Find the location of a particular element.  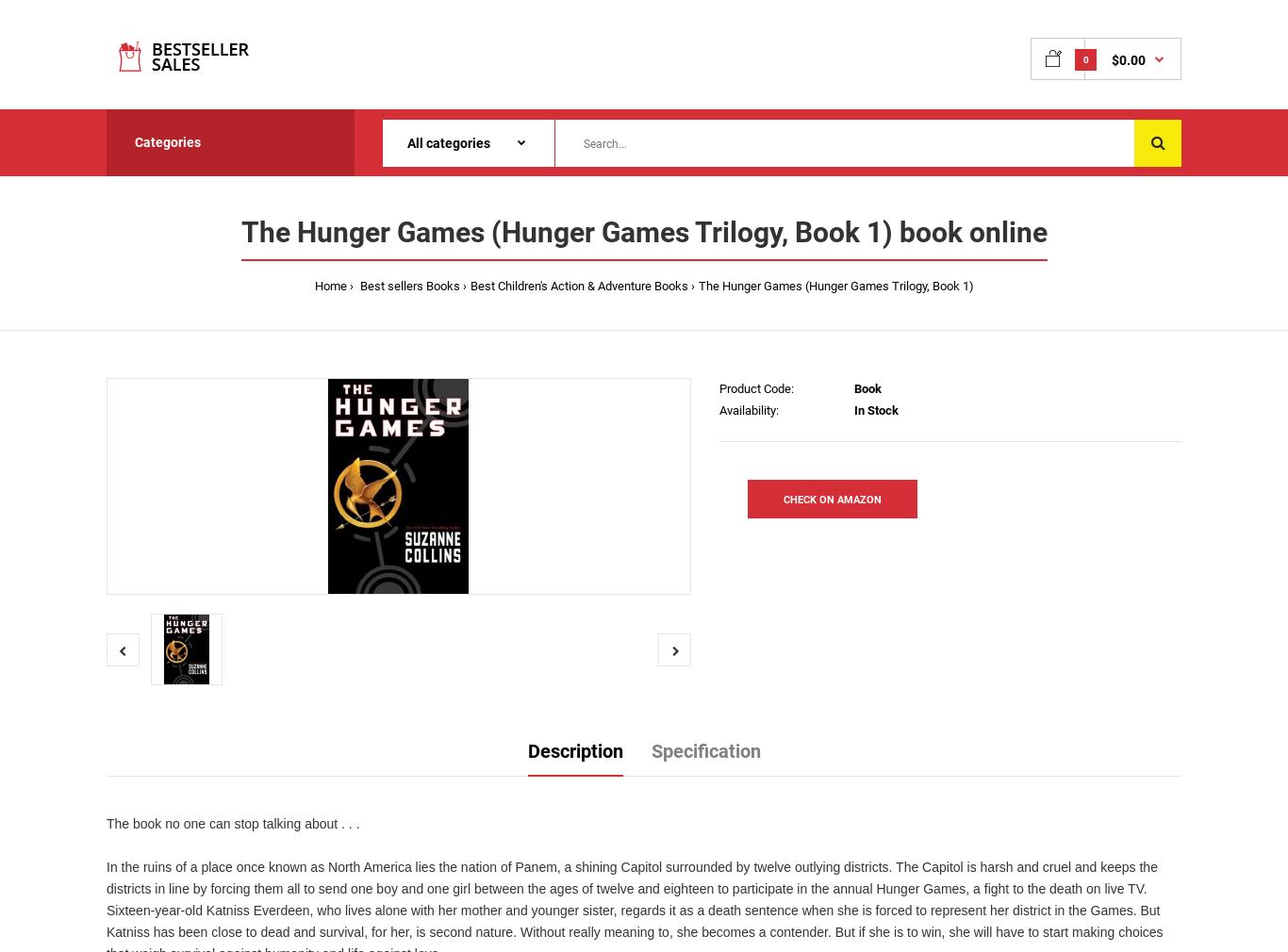

'Best sellers Movies' is located at coordinates (187, 286).